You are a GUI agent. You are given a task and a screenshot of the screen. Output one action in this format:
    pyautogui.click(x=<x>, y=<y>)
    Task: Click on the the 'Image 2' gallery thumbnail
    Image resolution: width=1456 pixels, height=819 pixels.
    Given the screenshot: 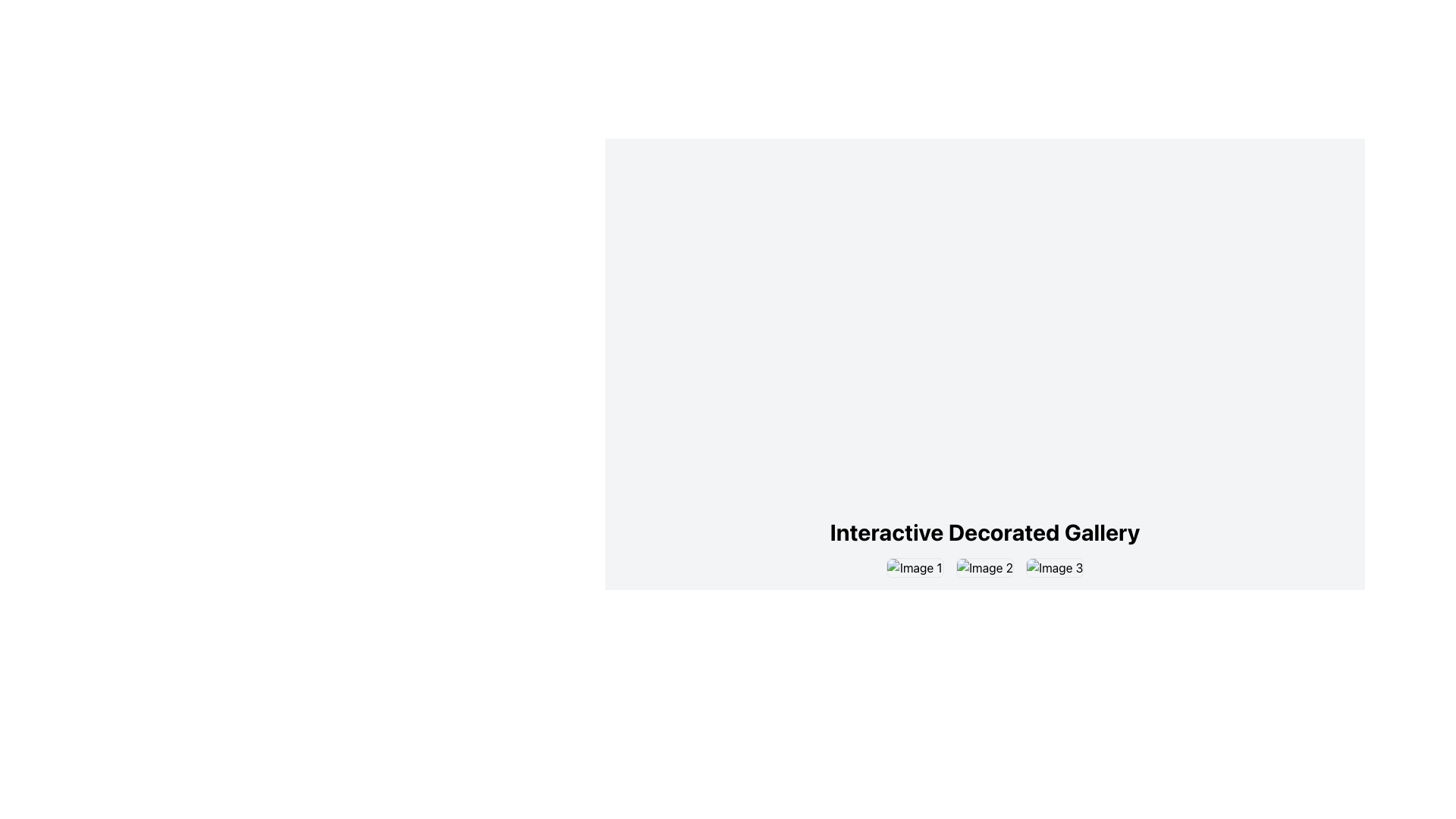 What is the action you would take?
    pyautogui.click(x=985, y=567)
    